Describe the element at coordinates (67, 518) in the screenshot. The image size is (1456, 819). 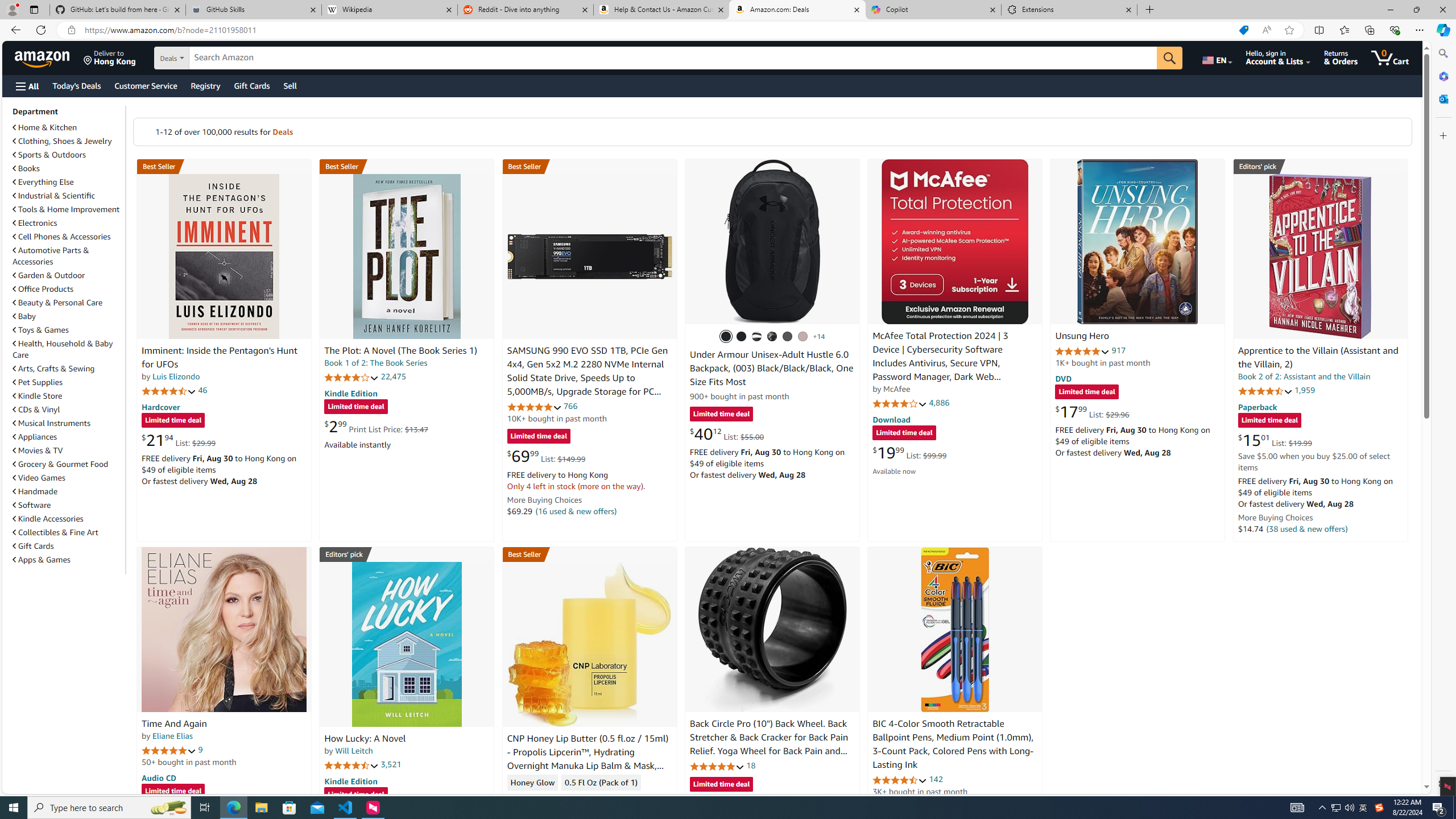
I see `'Kindle Accessories'` at that location.